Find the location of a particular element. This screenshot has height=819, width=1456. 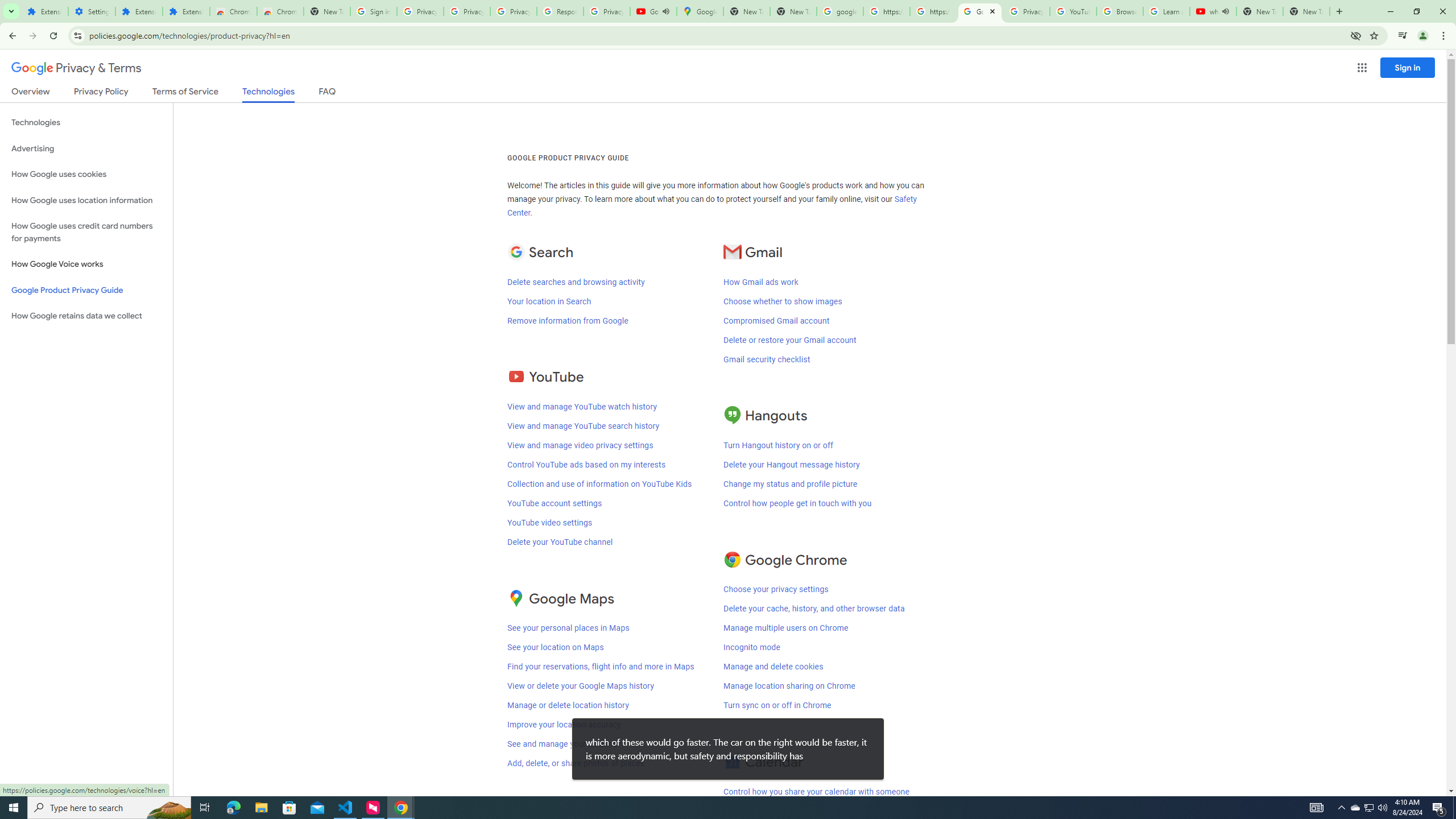

'Safety Center' is located at coordinates (712, 206).